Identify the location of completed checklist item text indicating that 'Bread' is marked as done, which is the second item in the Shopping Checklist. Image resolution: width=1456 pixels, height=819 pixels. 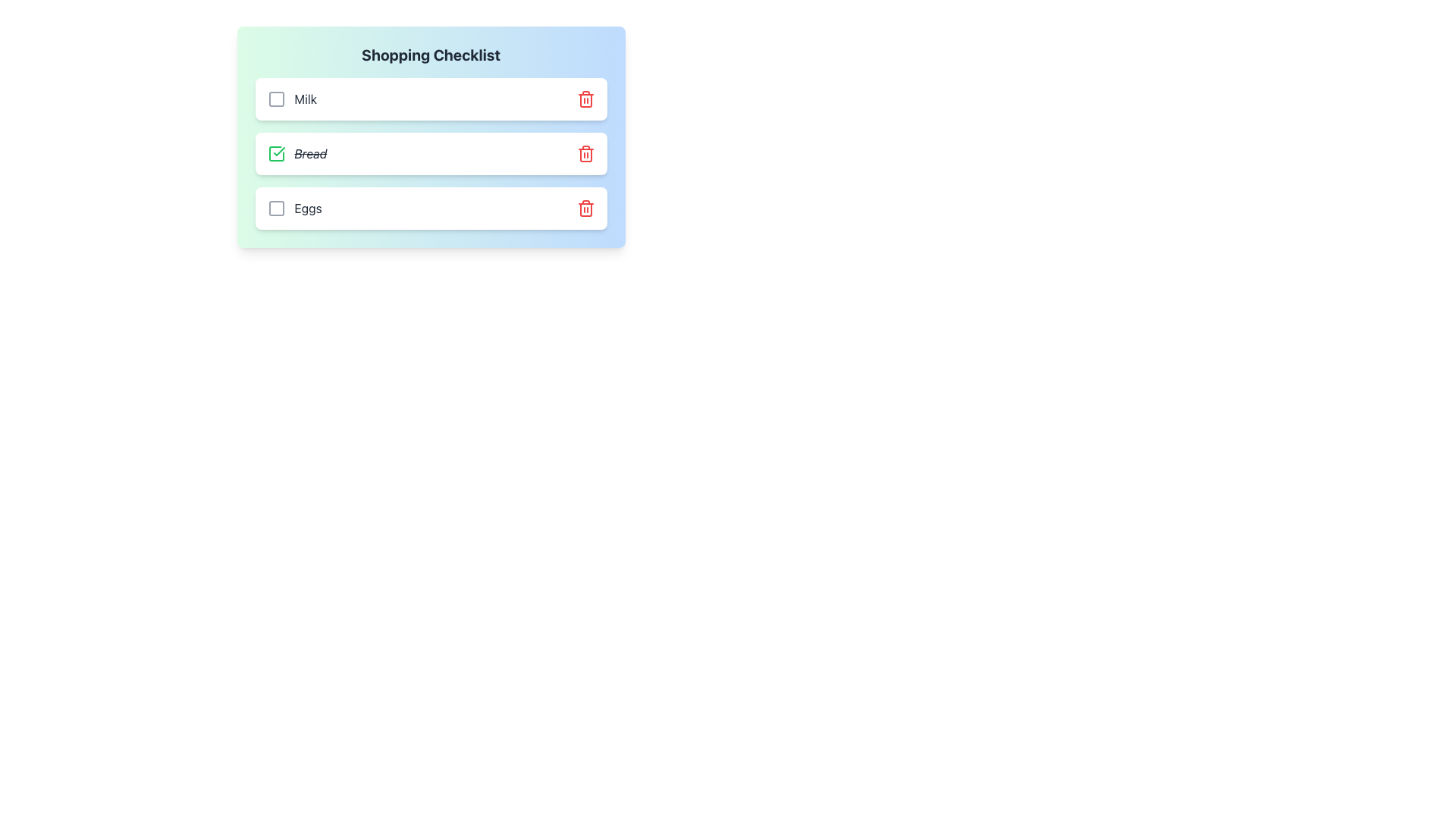
(297, 154).